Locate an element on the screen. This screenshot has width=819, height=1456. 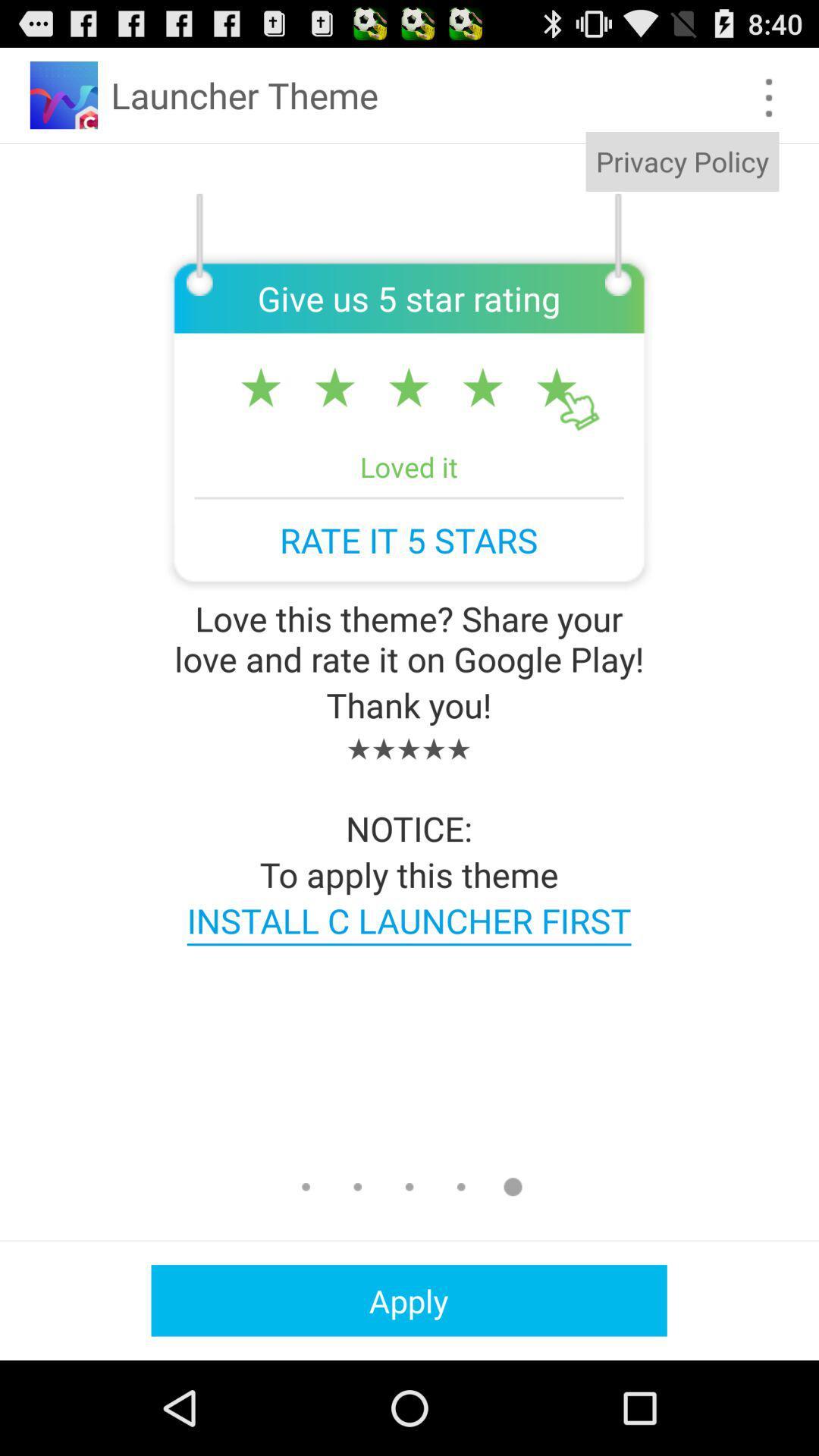
app to the right of launcher theme app is located at coordinates (769, 97).